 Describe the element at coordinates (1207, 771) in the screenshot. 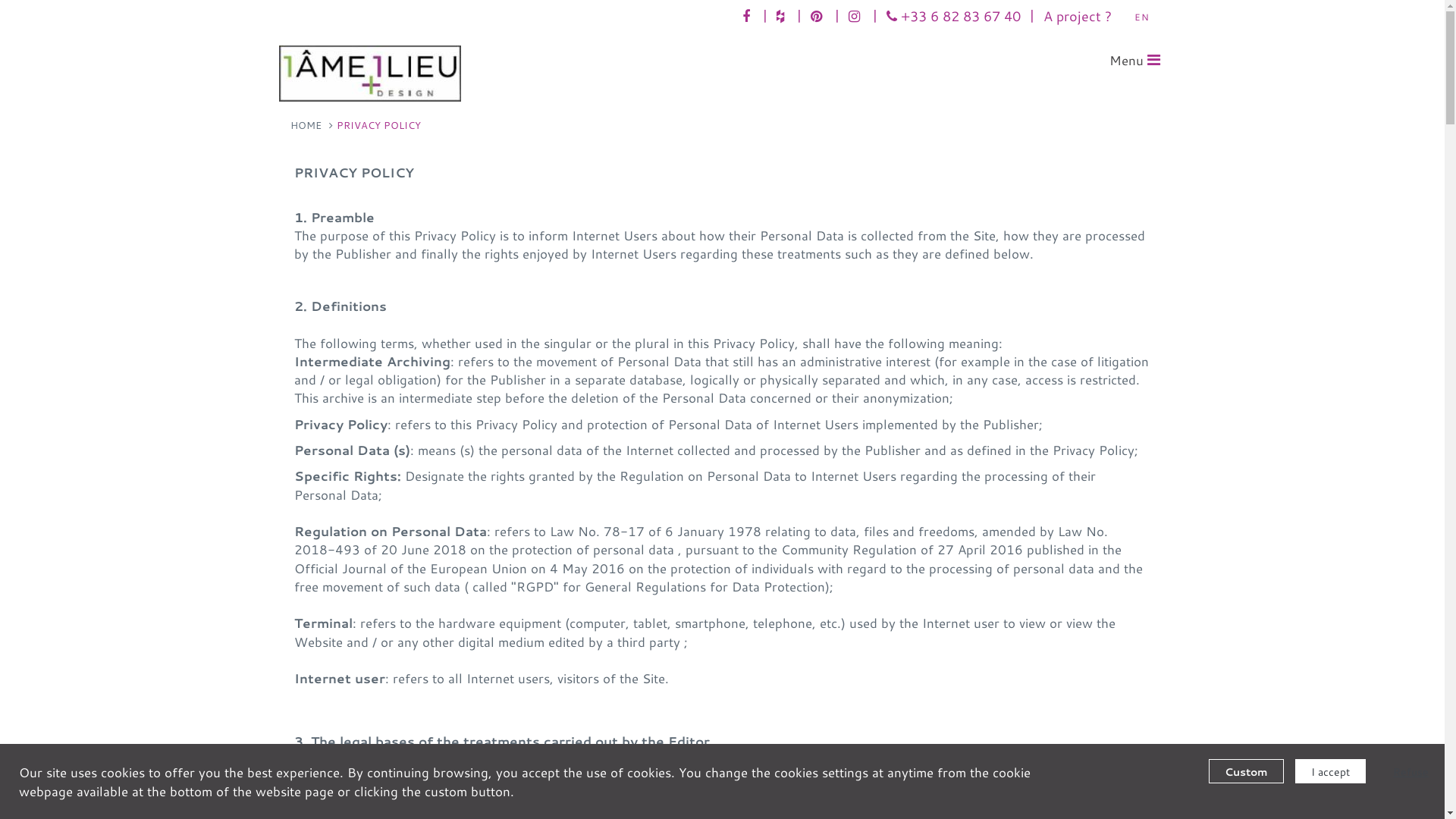

I see `'Custom'` at that location.